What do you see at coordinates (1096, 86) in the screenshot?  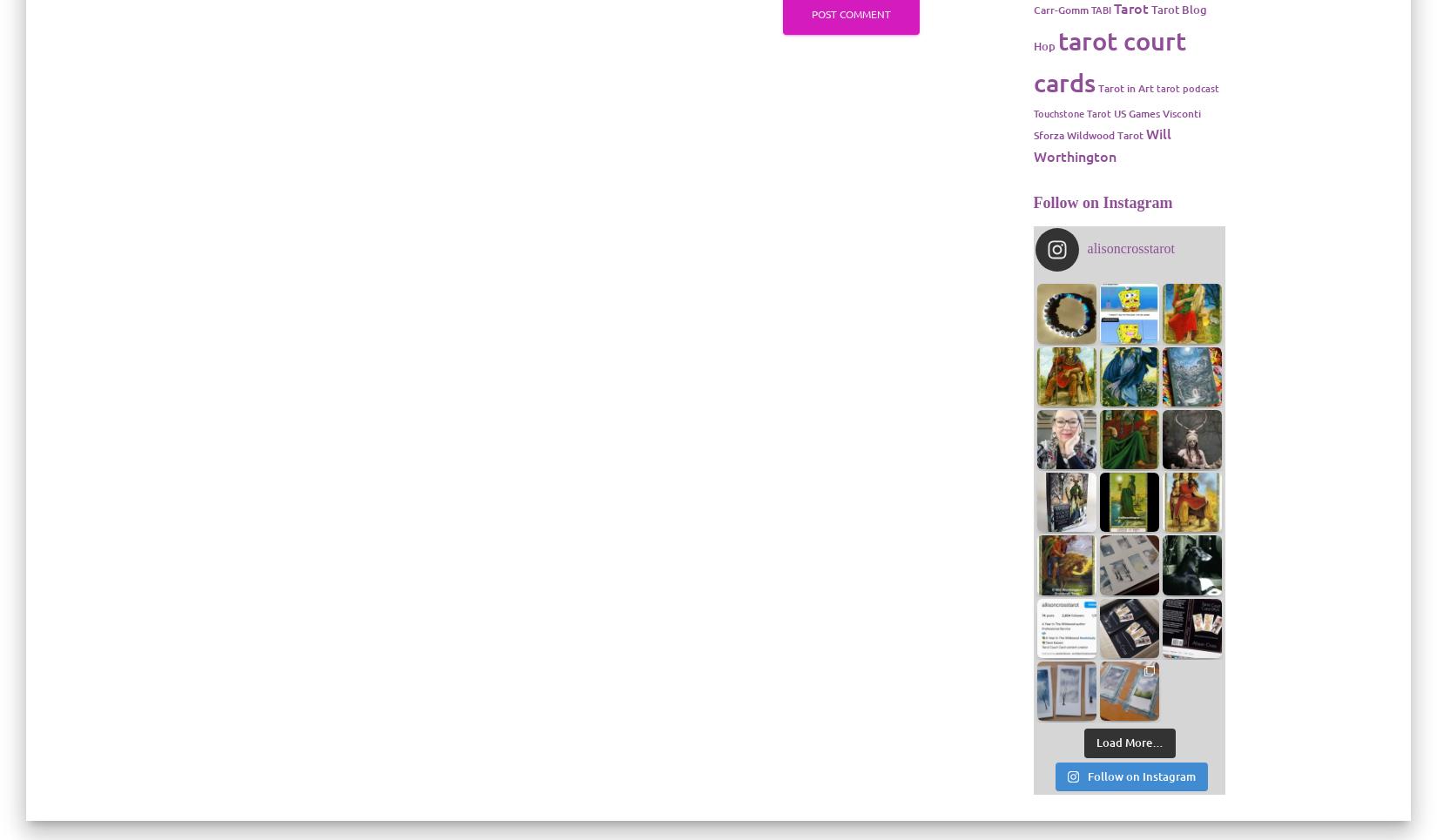 I see `'Tarot in Art'` at bounding box center [1096, 86].